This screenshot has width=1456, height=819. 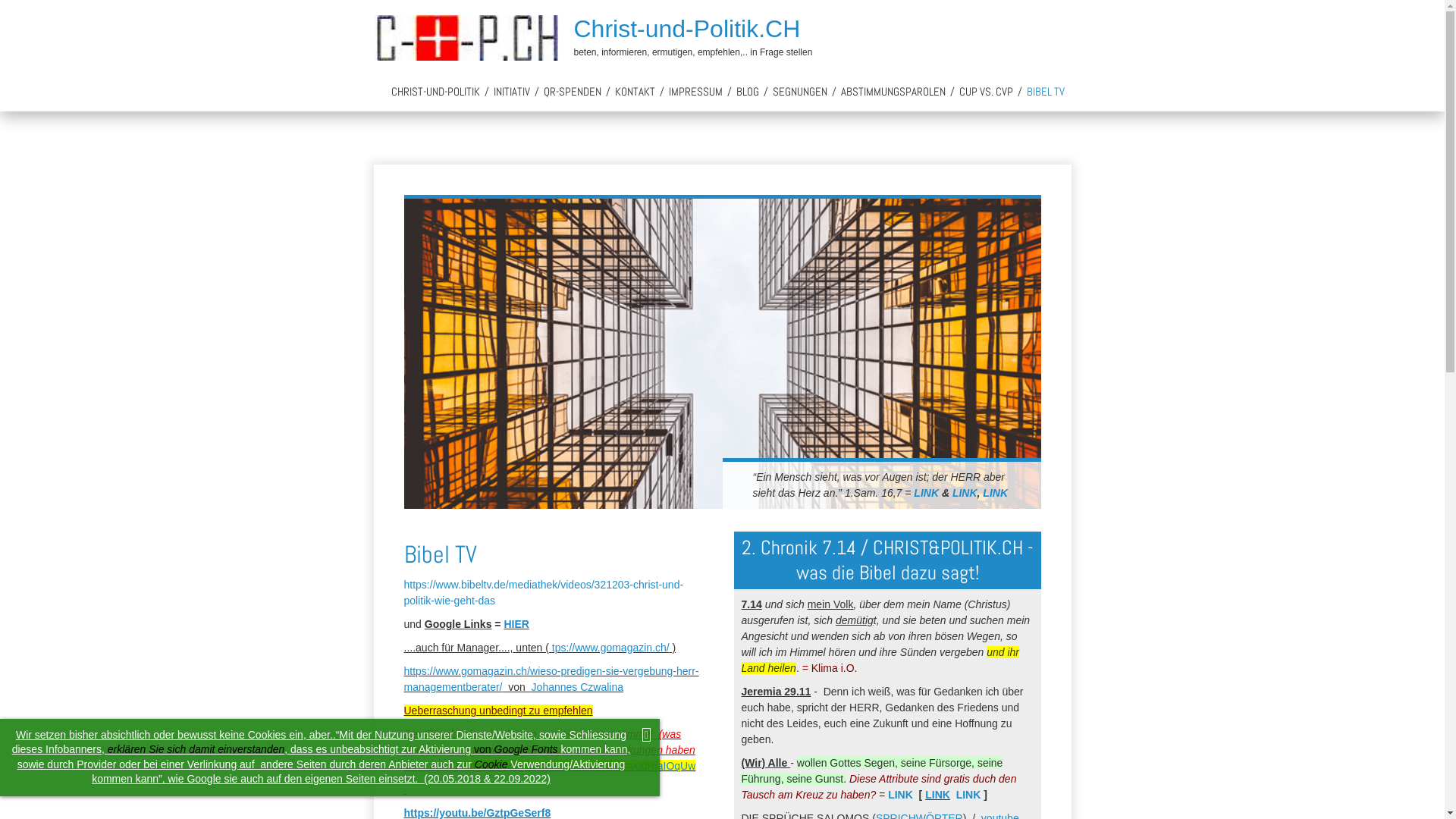 What do you see at coordinates (956, 91) in the screenshot?
I see `'CUP VS. CVP'` at bounding box center [956, 91].